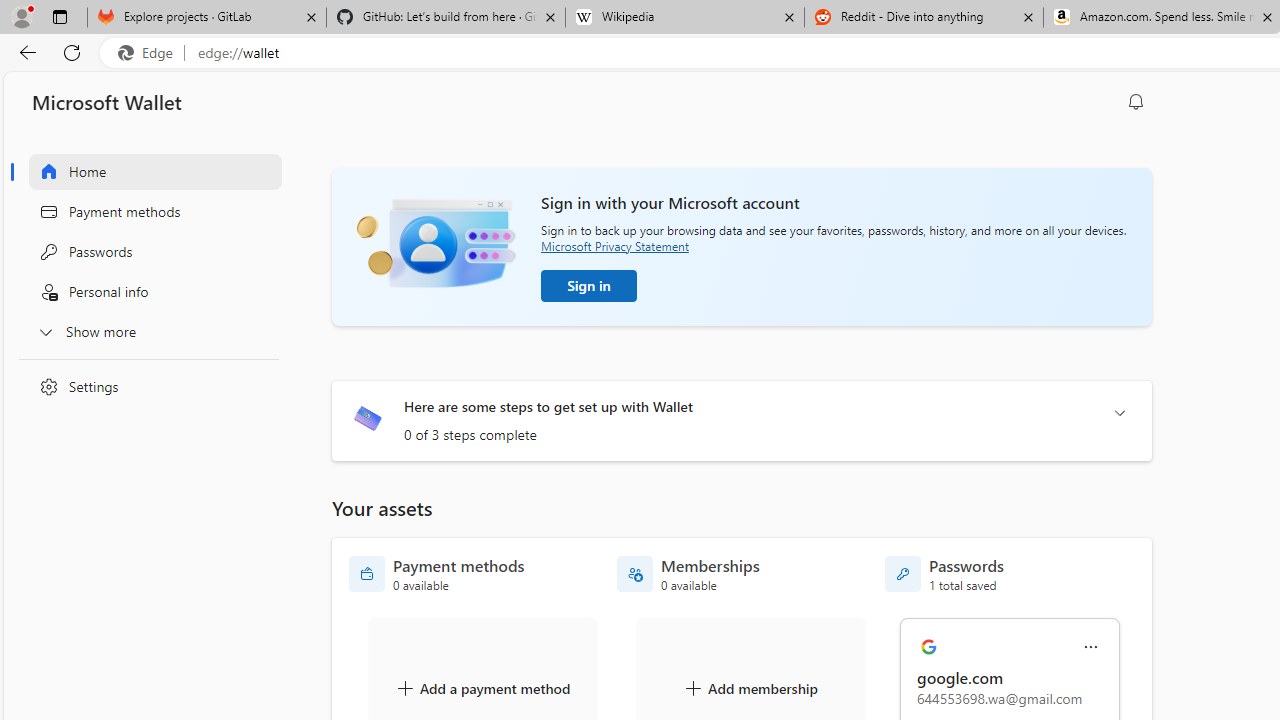 The width and height of the screenshot is (1280, 720). Describe the element at coordinates (923, 17) in the screenshot. I see `'Reddit - Dive into anything'` at that location.